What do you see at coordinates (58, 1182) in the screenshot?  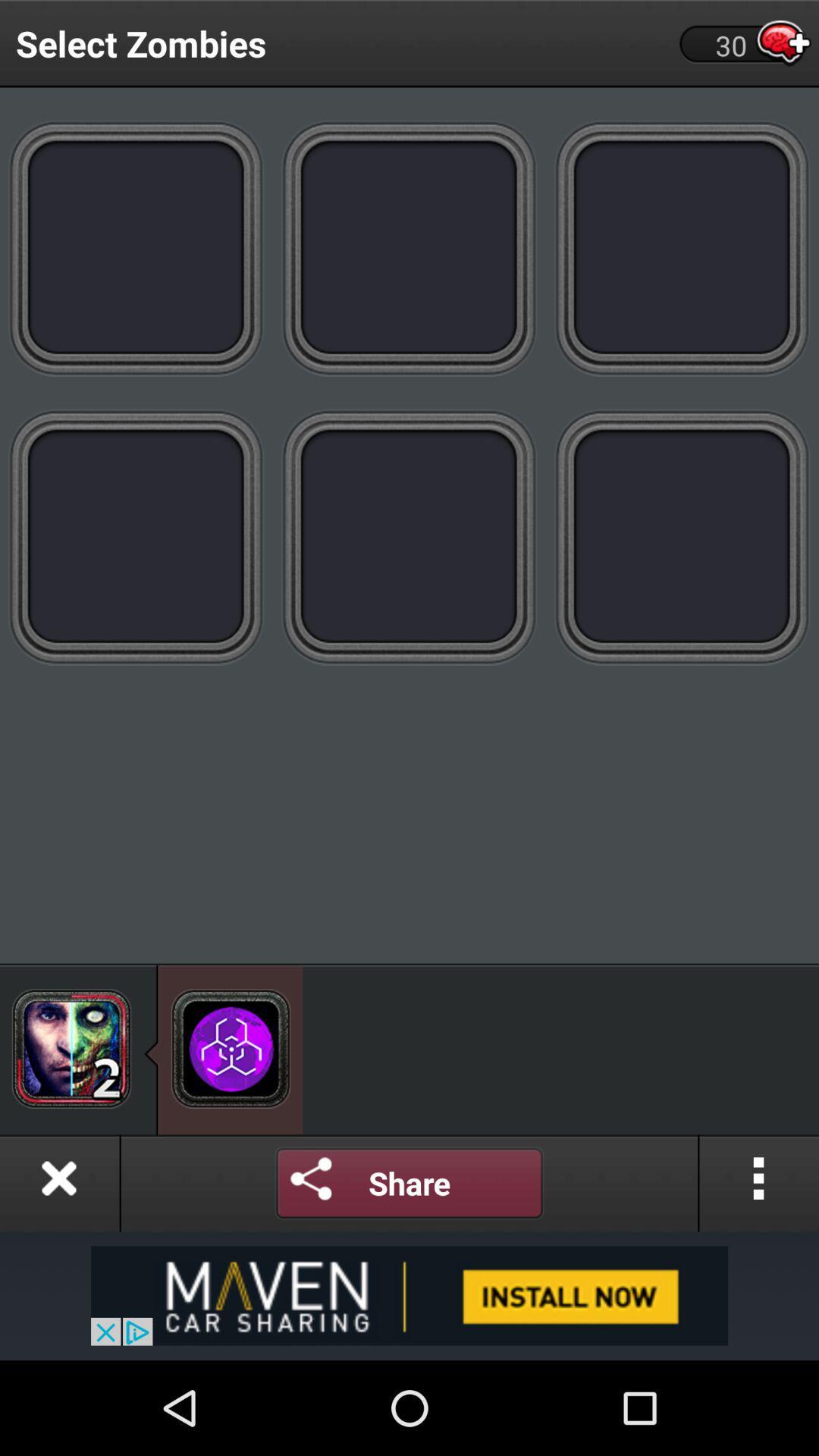 I see `close` at bounding box center [58, 1182].